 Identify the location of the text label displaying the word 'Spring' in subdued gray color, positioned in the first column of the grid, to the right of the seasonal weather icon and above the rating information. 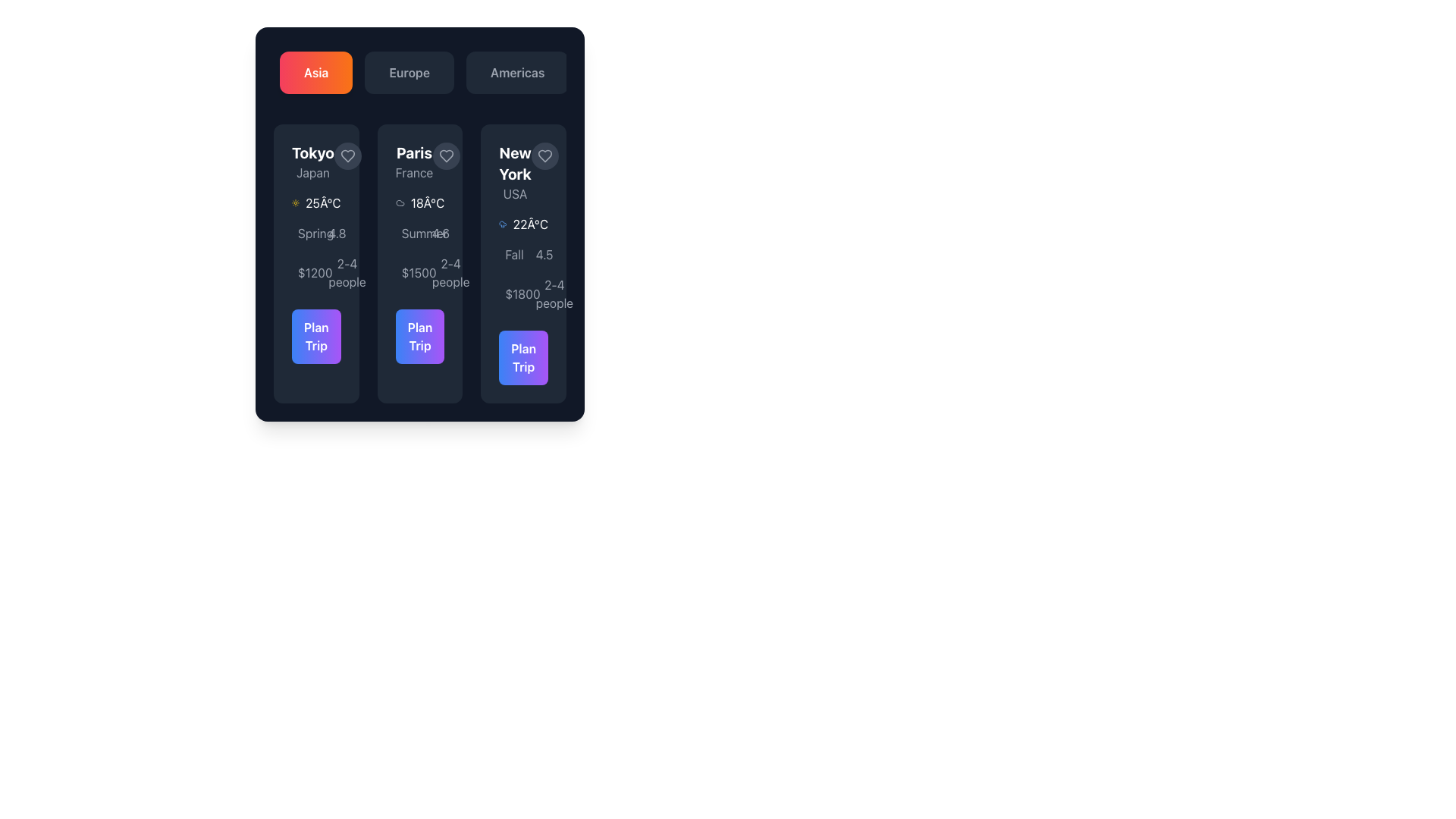
(301, 234).